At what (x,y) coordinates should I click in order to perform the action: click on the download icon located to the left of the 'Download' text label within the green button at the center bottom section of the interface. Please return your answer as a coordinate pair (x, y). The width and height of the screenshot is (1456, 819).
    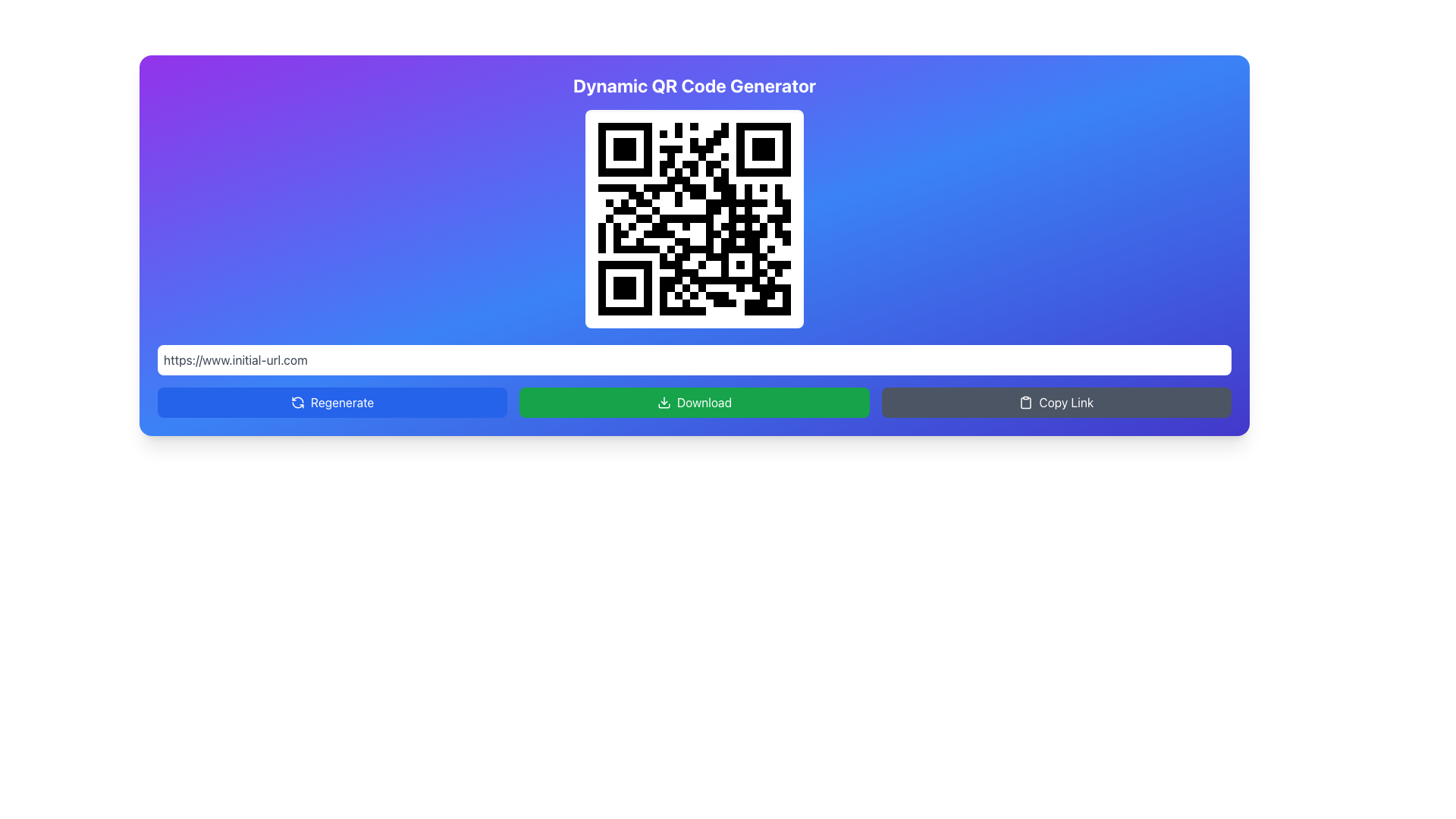
    Looking at the image, I should click on (664, 402).